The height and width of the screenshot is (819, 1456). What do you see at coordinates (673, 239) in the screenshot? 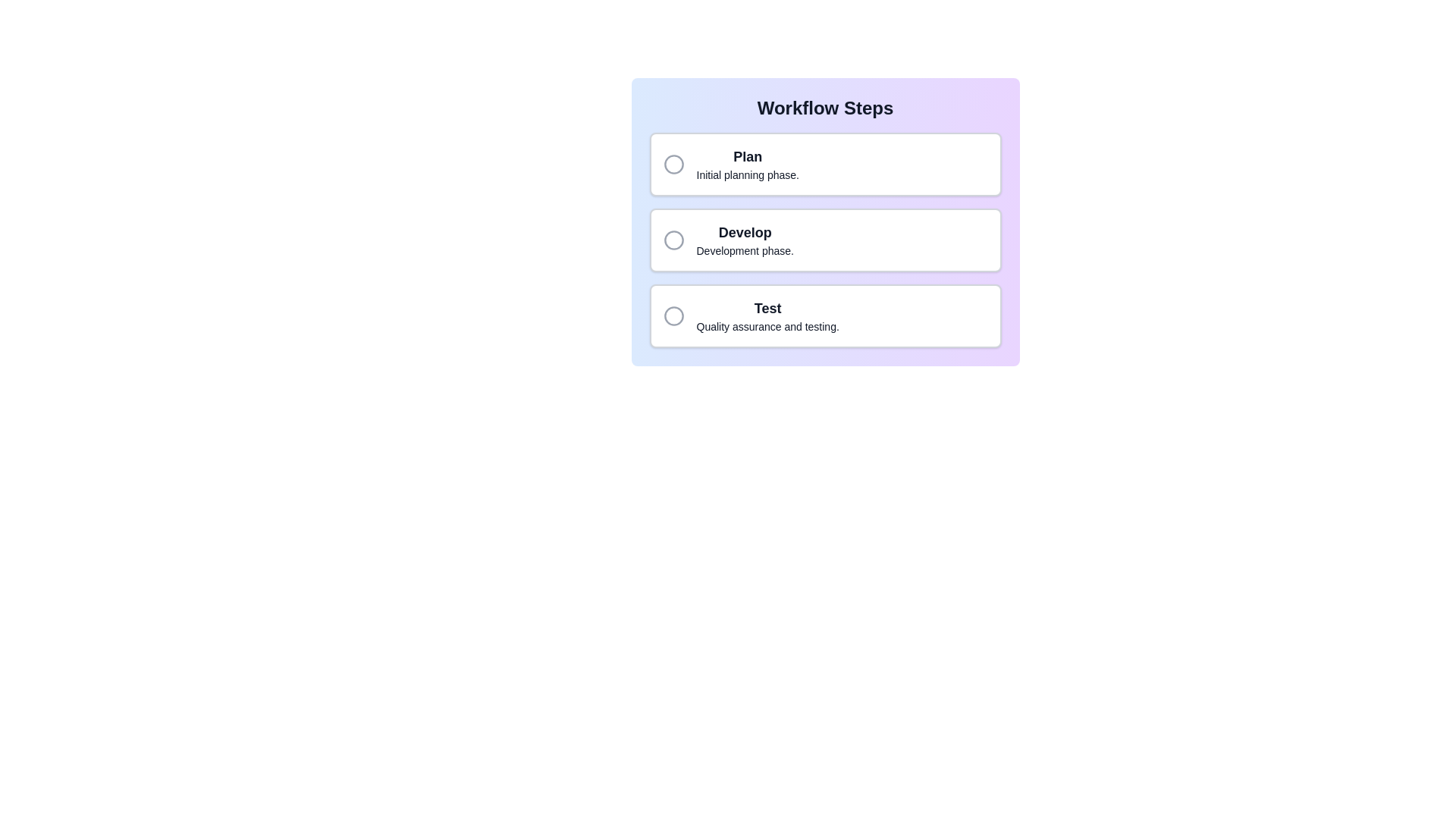
I see `the circle icon adjacent to the 'Develop' text in the 'Workflow Steps' list` at bounding box center [673, 239].